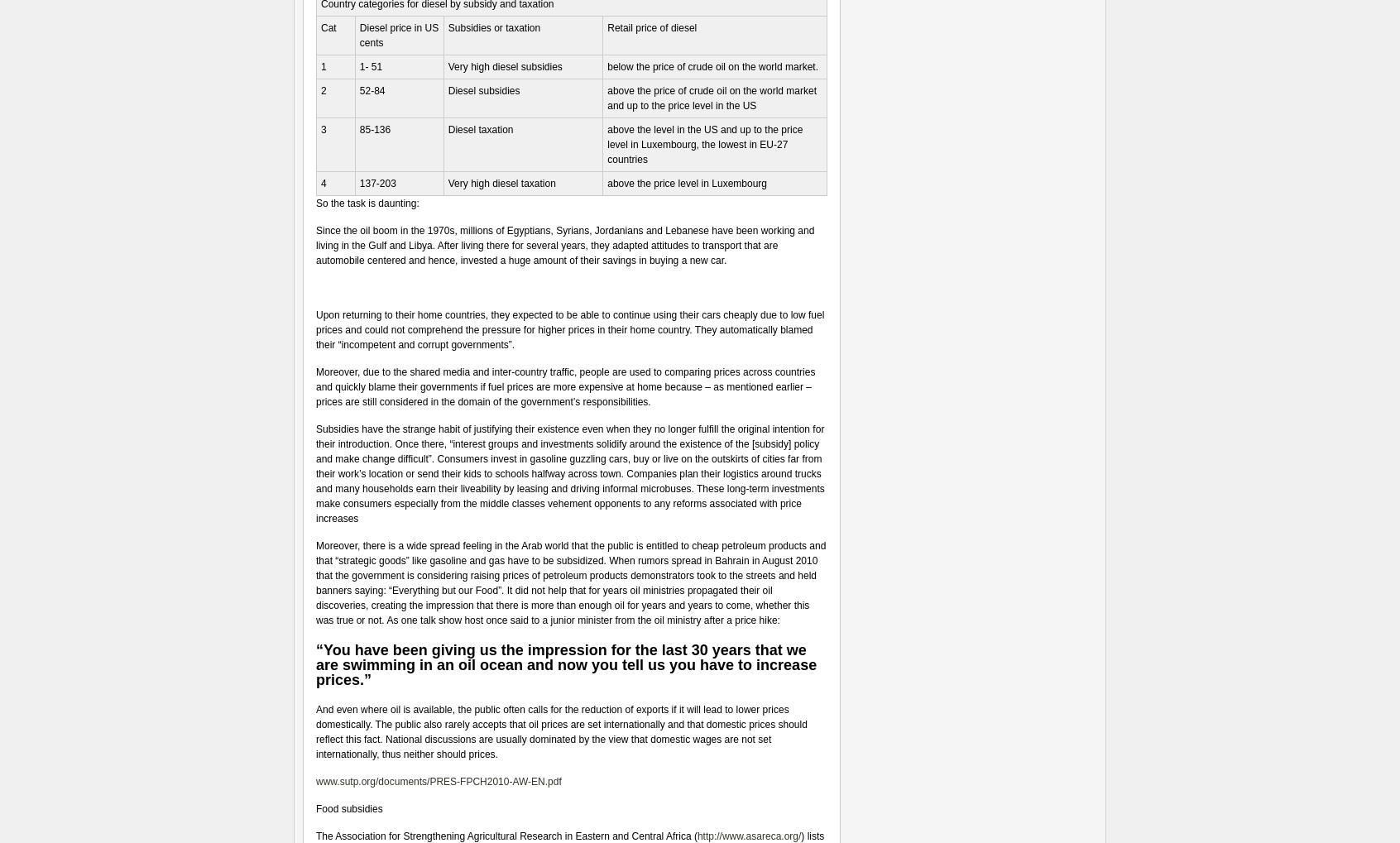  I want to click on 'http://www.asareca.org/', so click(696, 836).